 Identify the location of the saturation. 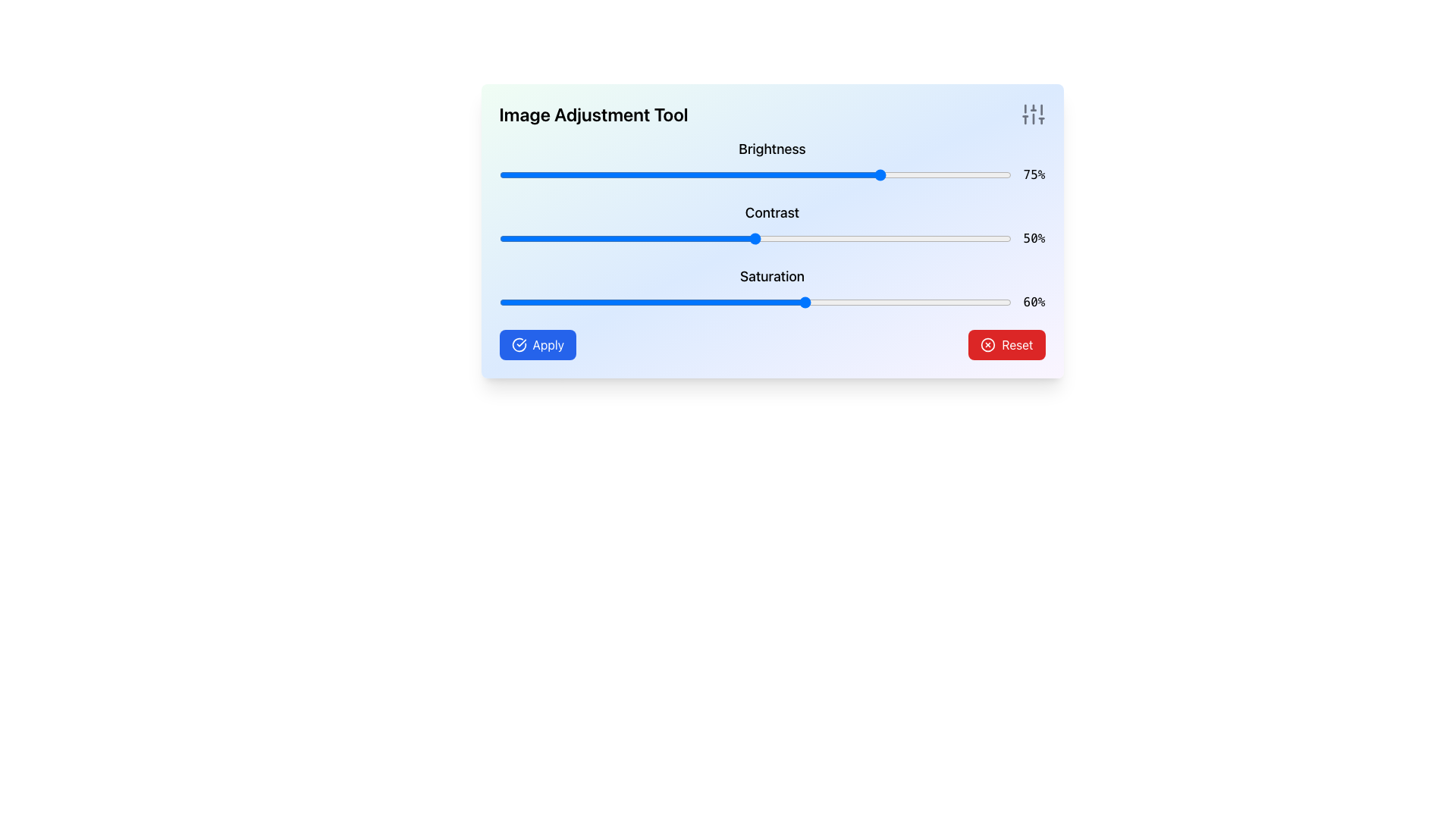
(682, 302).